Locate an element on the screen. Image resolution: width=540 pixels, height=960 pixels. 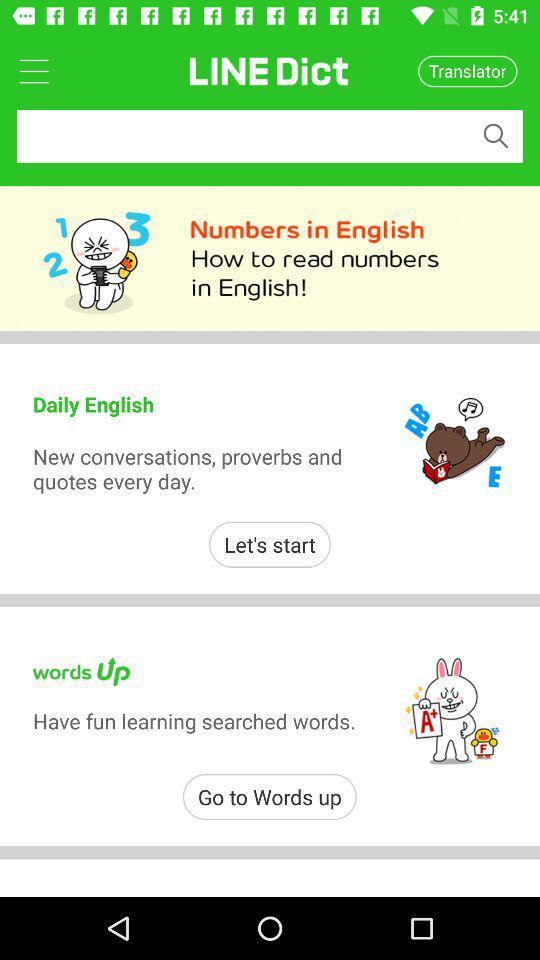
open menu is located at coordinates (33, 70).